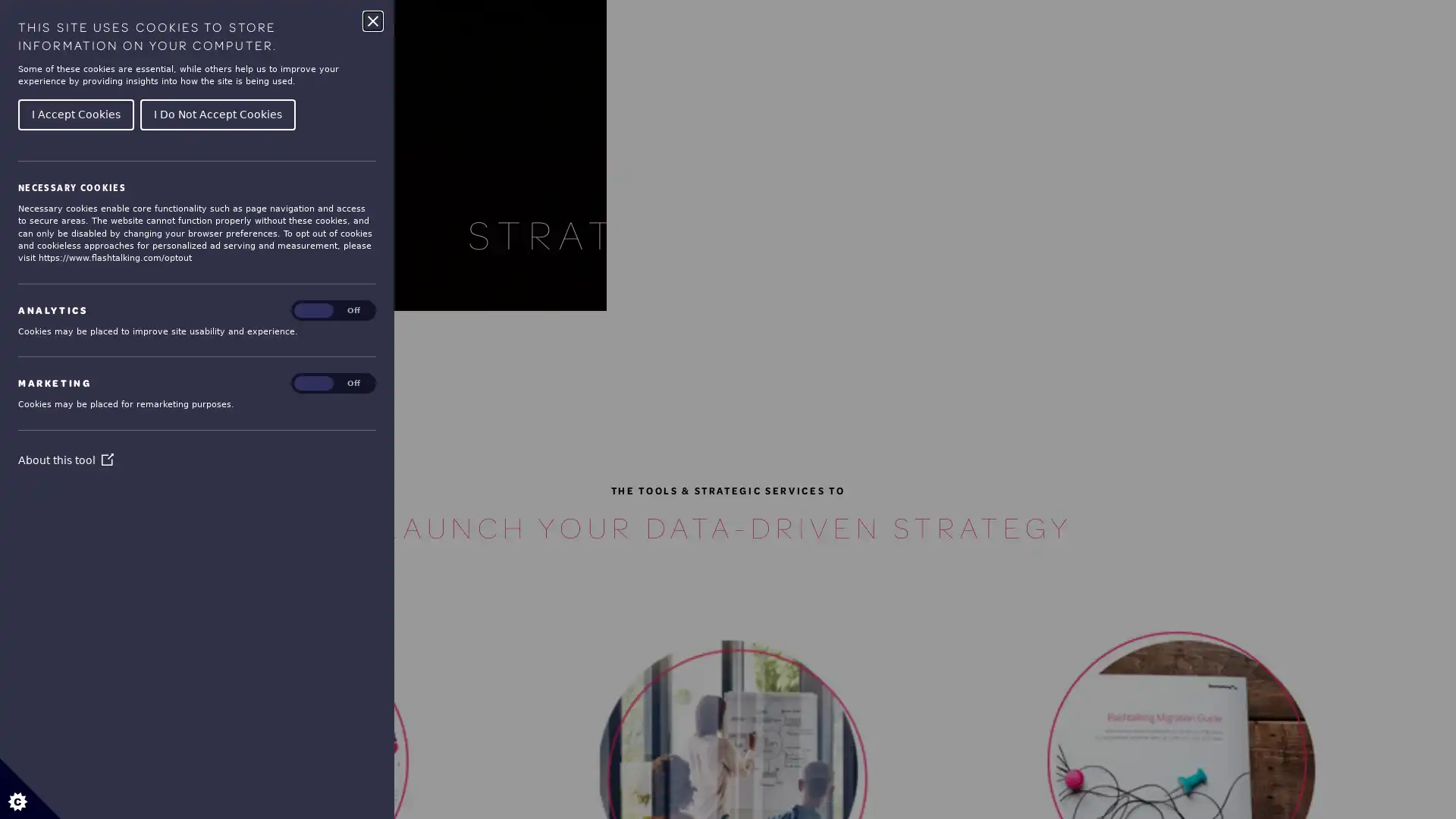 This screenshot has height=819, width=1456. Describe the element at coordinates (372, 20) in the screenshot. I see `Close Cookie Control` at that location.